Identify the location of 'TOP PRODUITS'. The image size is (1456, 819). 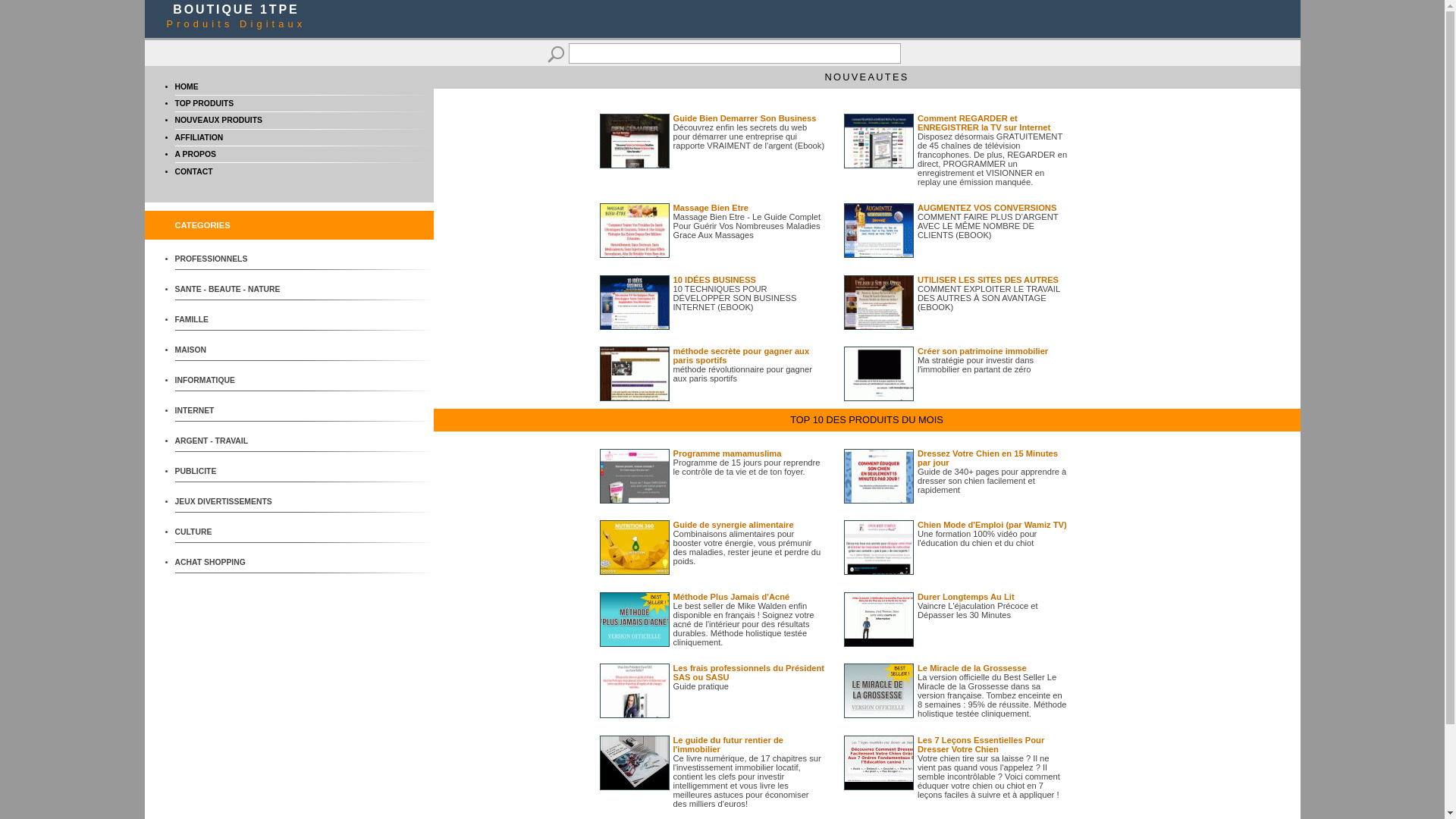
(202, 102).